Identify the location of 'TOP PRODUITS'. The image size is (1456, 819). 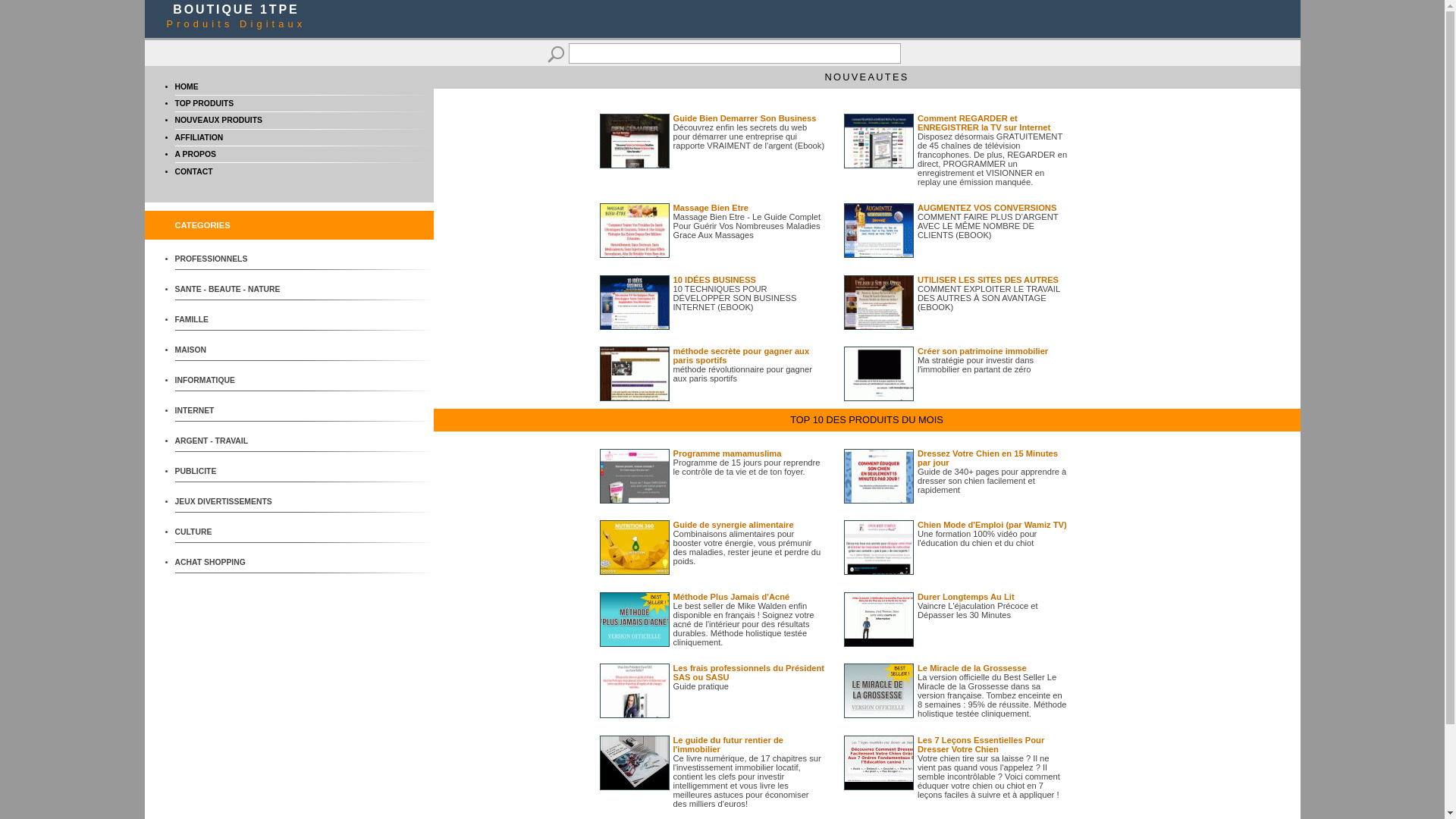
(202, 102).